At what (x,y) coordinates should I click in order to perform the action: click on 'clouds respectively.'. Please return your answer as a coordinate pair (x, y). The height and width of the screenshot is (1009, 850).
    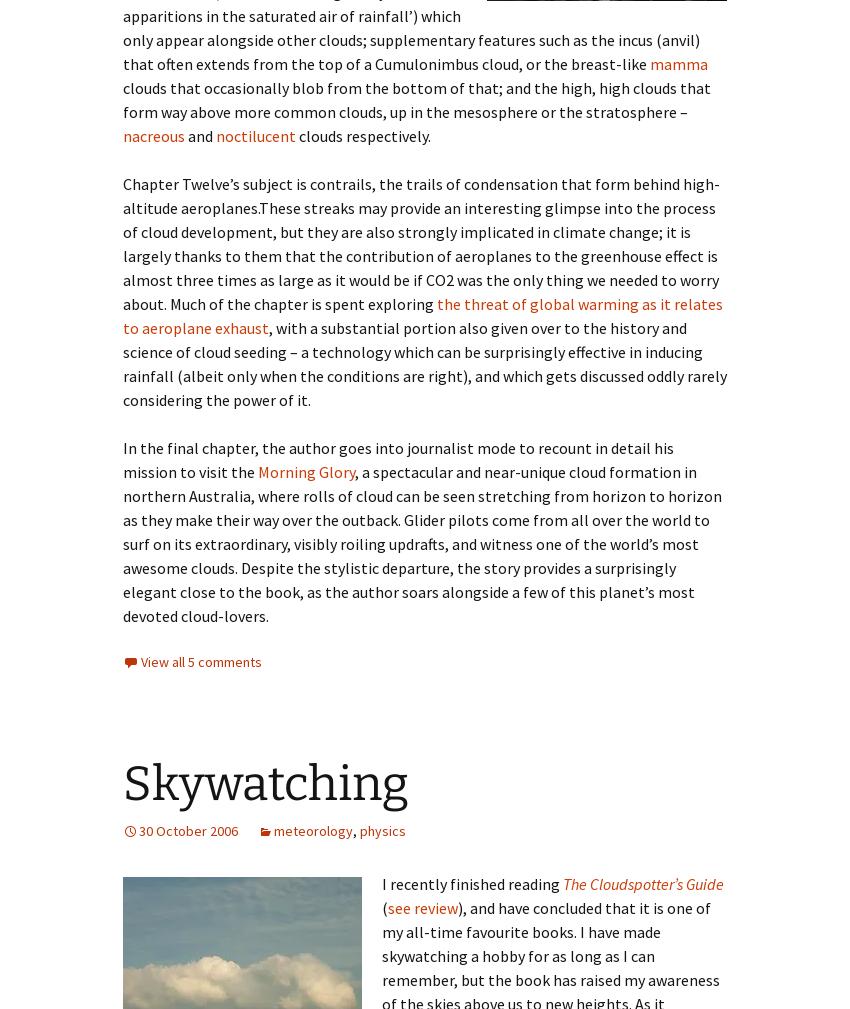
    Looking at the image, I should click on (294, 135).